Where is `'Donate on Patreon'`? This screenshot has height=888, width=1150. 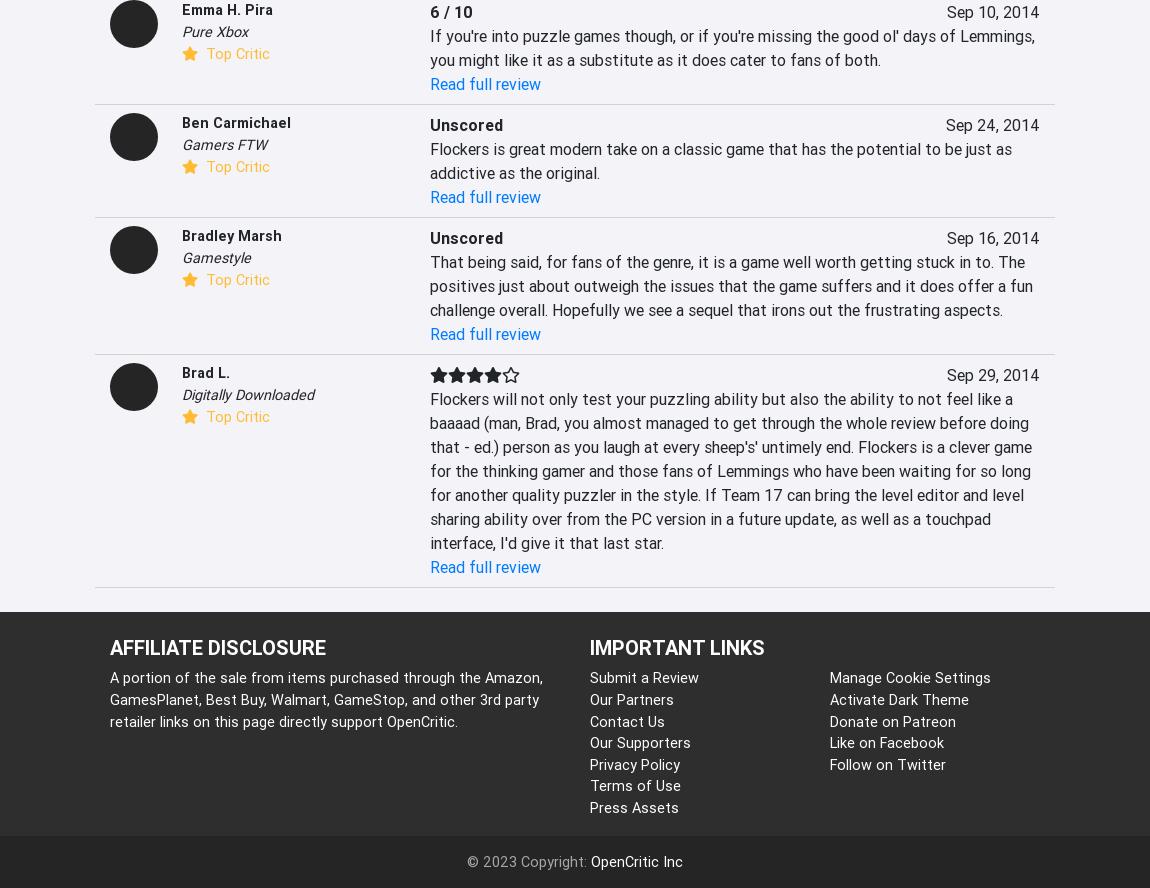 'Donate on Patreon' is located at coordinates (892, 720).